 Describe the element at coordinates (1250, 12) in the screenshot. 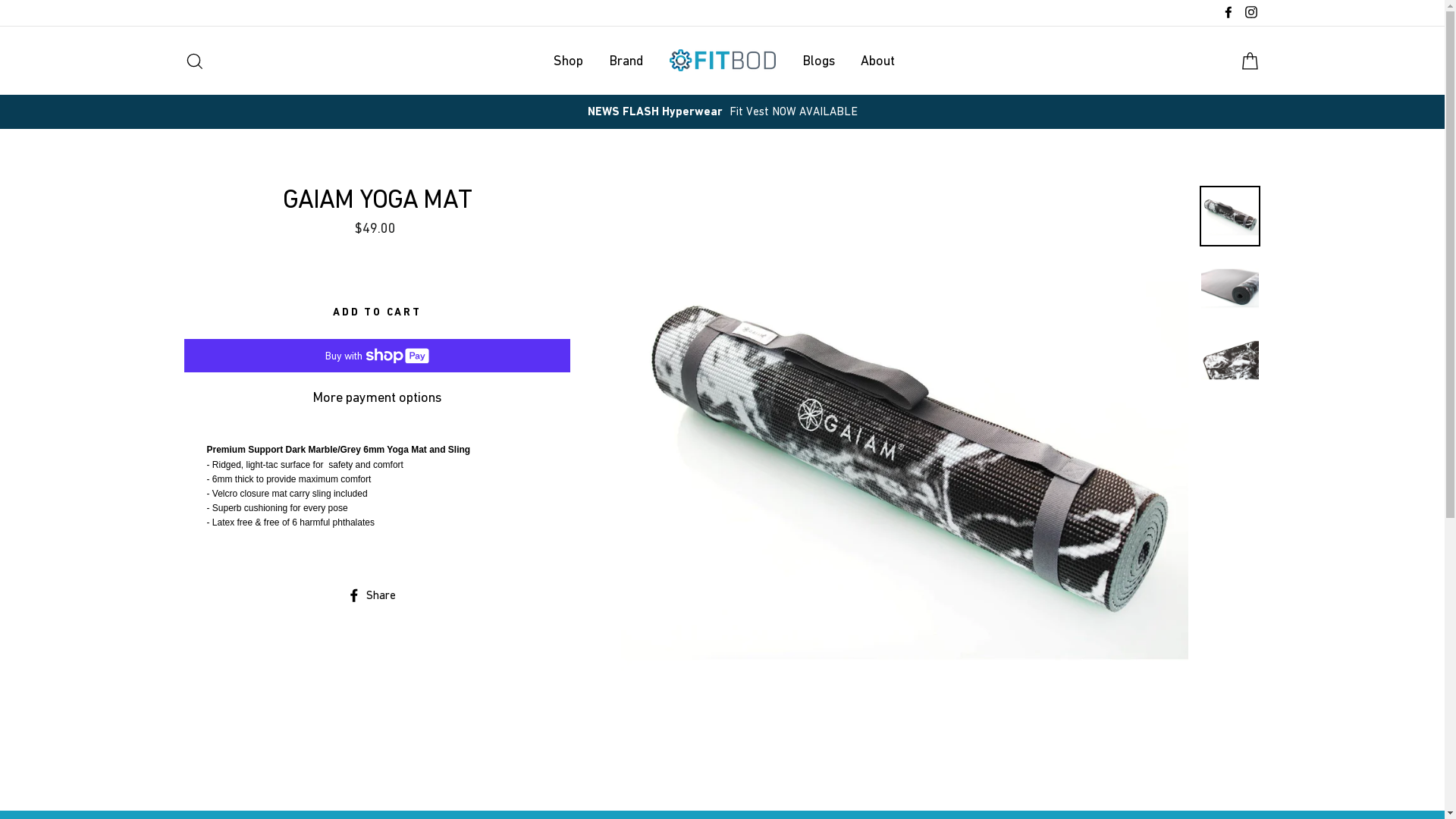

I see `'Instagram'` at that location.